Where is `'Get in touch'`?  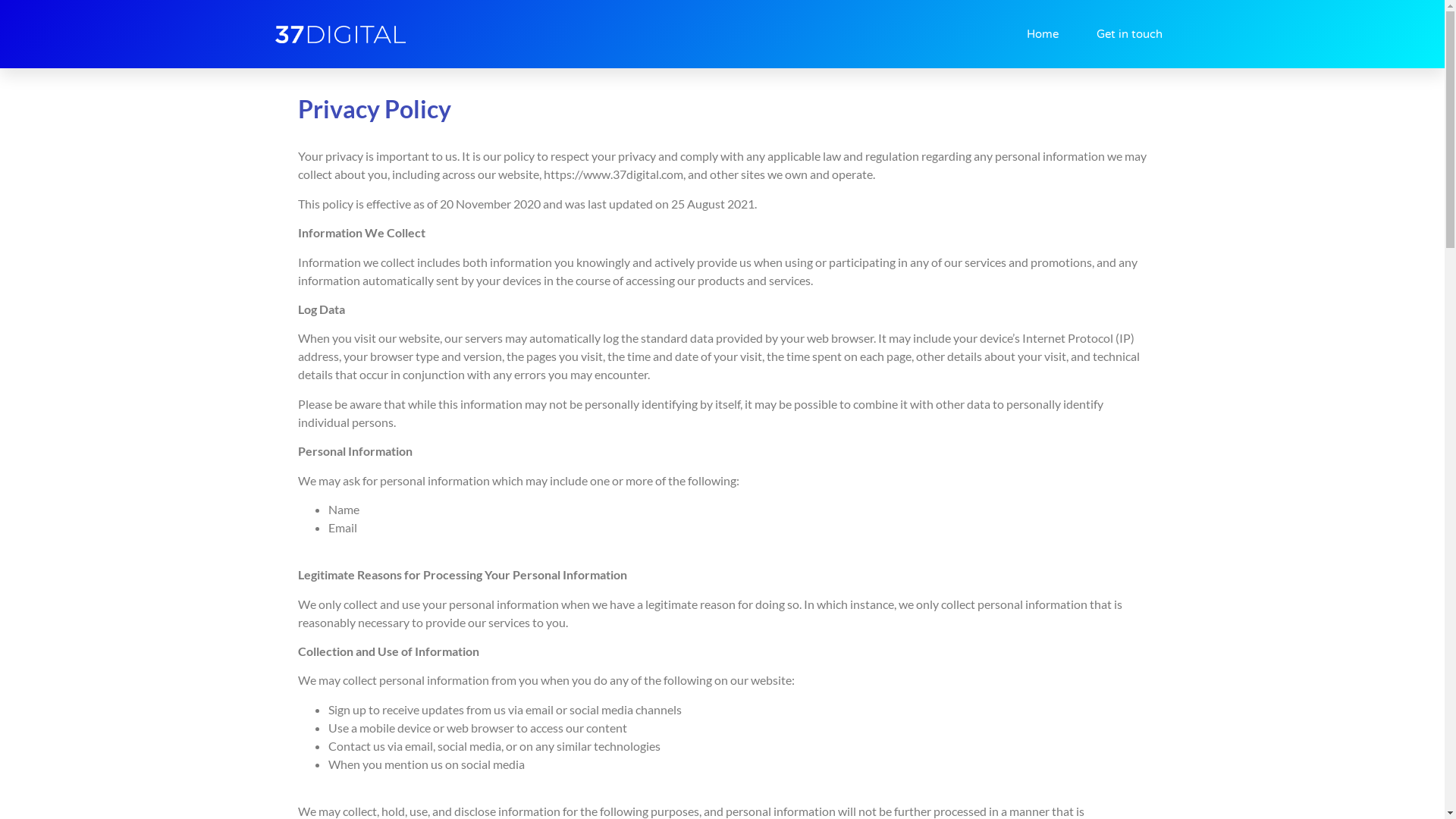
'Get in touch' is located at coordinates (1096, 34).